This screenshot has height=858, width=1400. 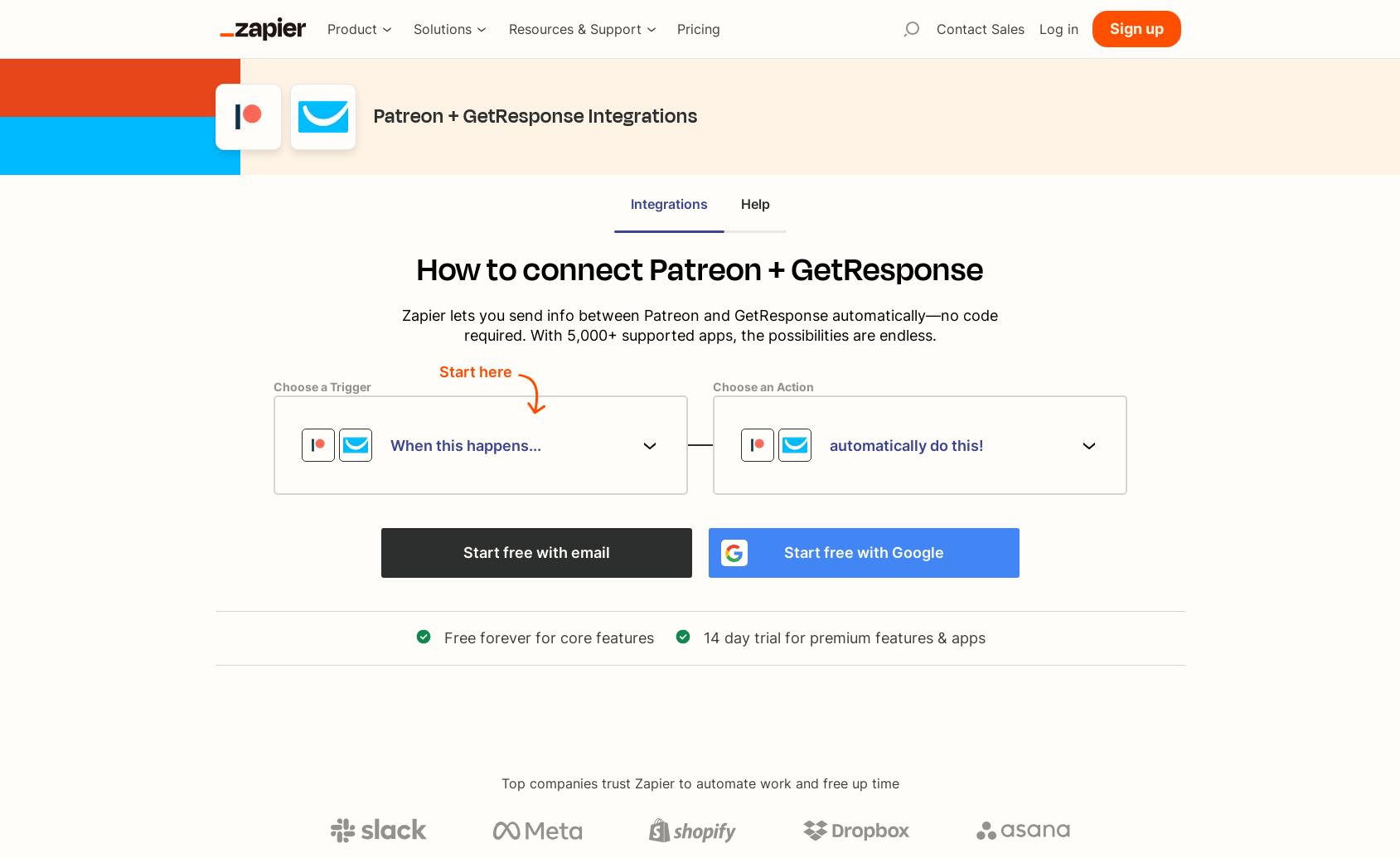 I want to click on 'Free forever', so click(x=443, y=637).